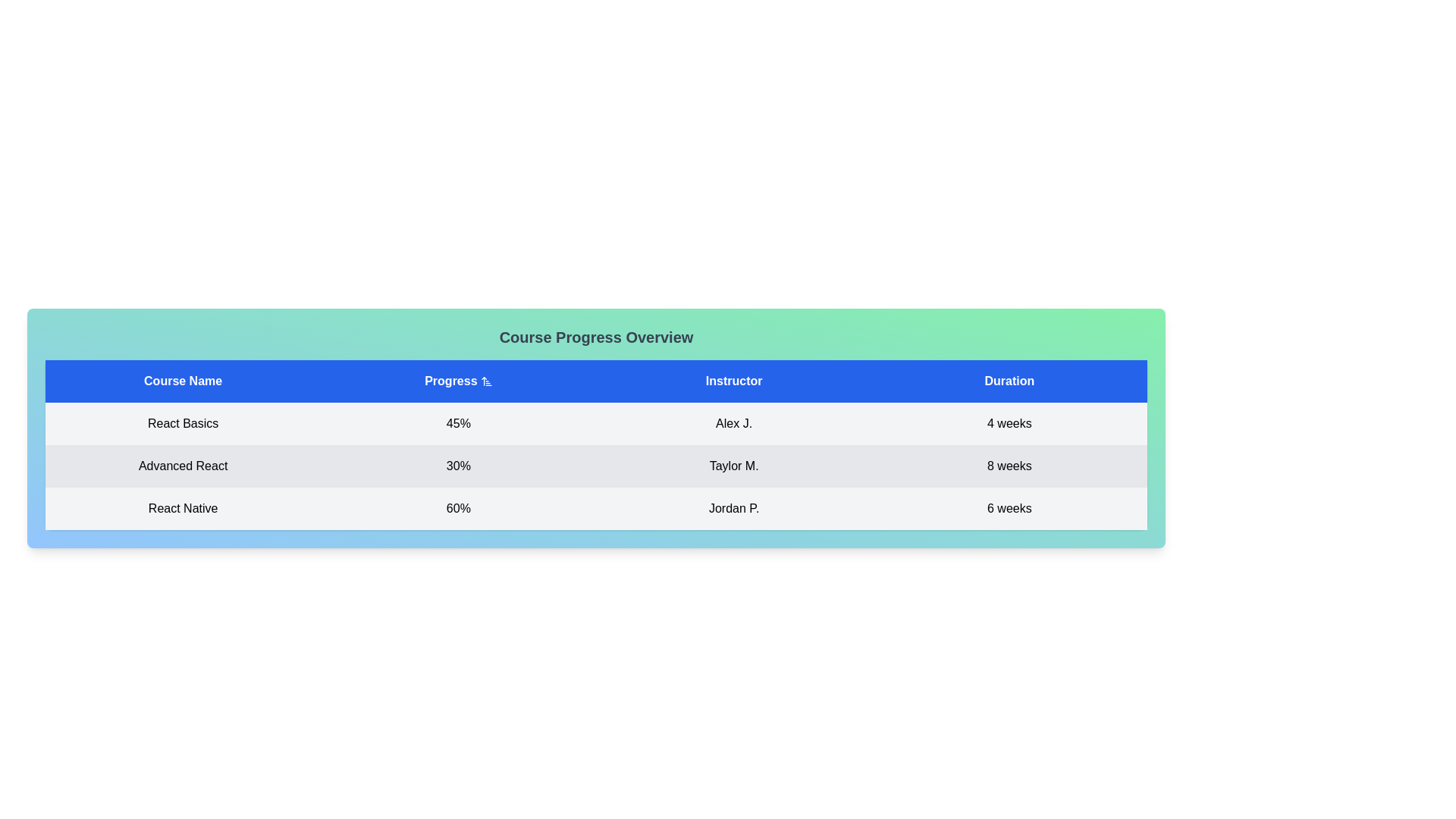  What do you see at coordinates (734, 509) in the screenshot?
I see `displayed text 'Jordan P.' from the instructor column in the last row of the table, which is the third cell in that row` at bounding box center [734, 509].